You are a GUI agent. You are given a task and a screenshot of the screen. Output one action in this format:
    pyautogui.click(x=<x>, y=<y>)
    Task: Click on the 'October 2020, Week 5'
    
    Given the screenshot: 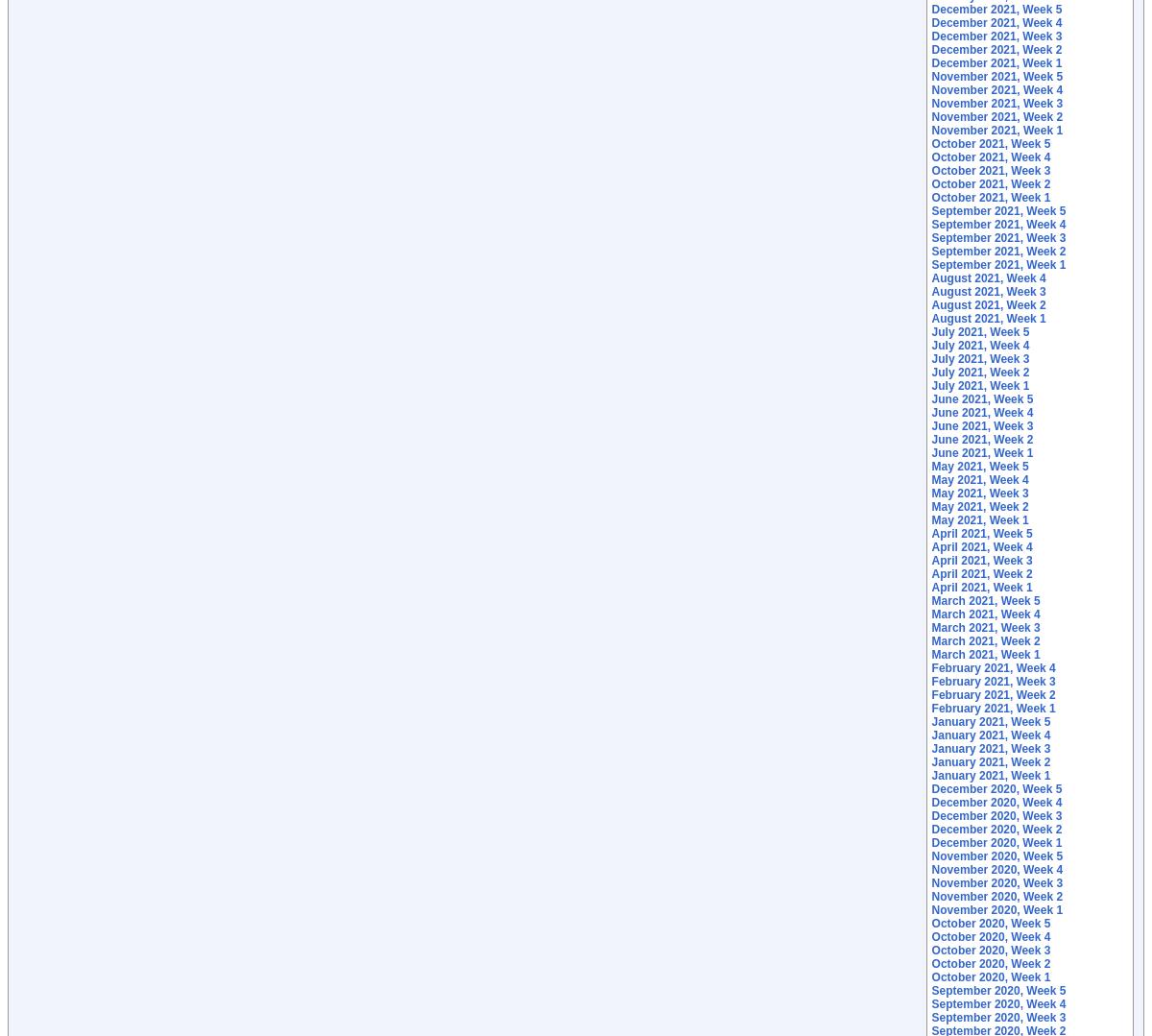 What is the action you would take?
    pyautogui.click(x=991, y=923)
    